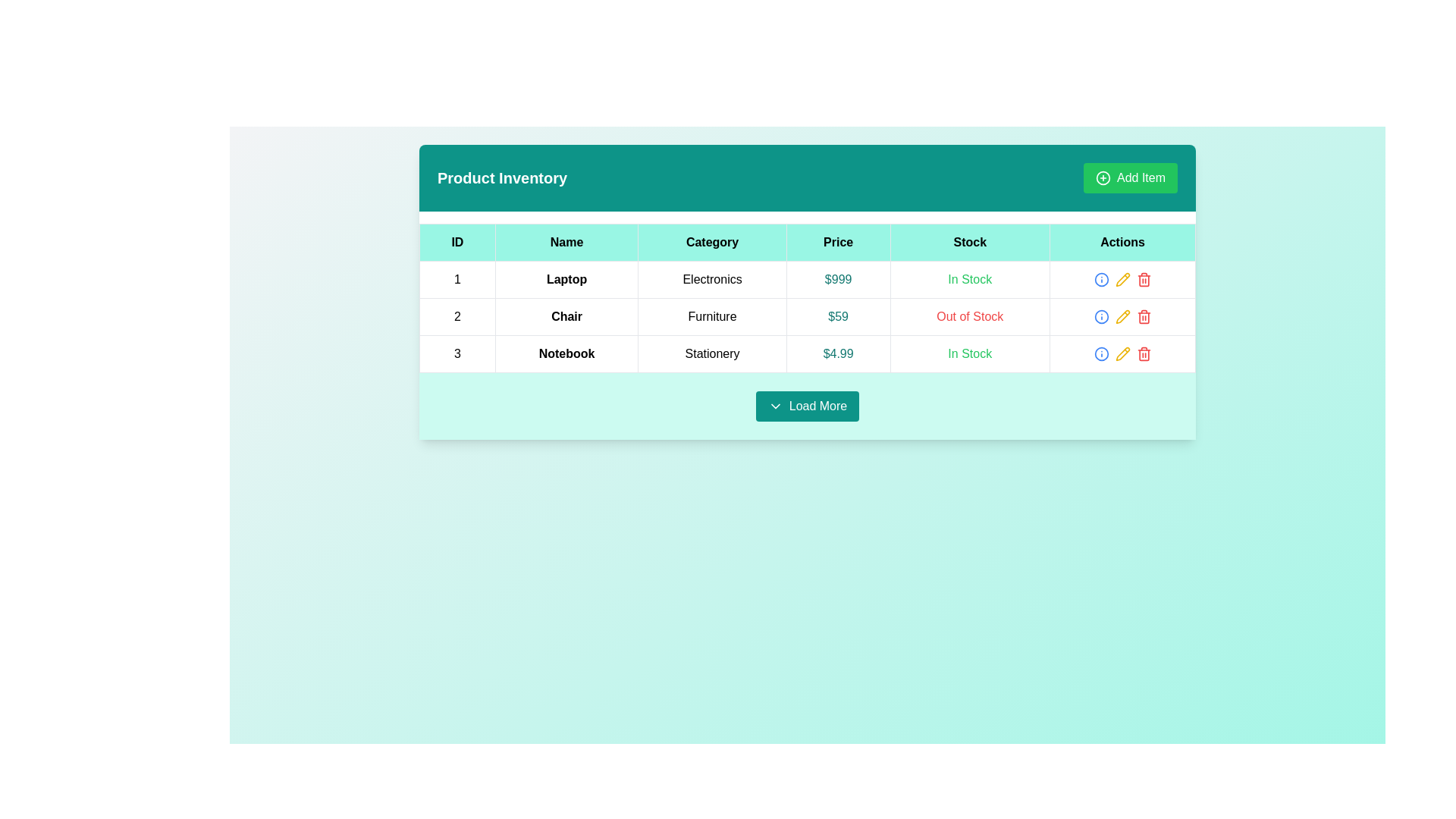 The image size is (1456, 819). I want to click on the static text element displaying 'Laptop', which is styled in bold font and part of a table layout, located in the second column of the first row under 'Name', so click(566, 280).